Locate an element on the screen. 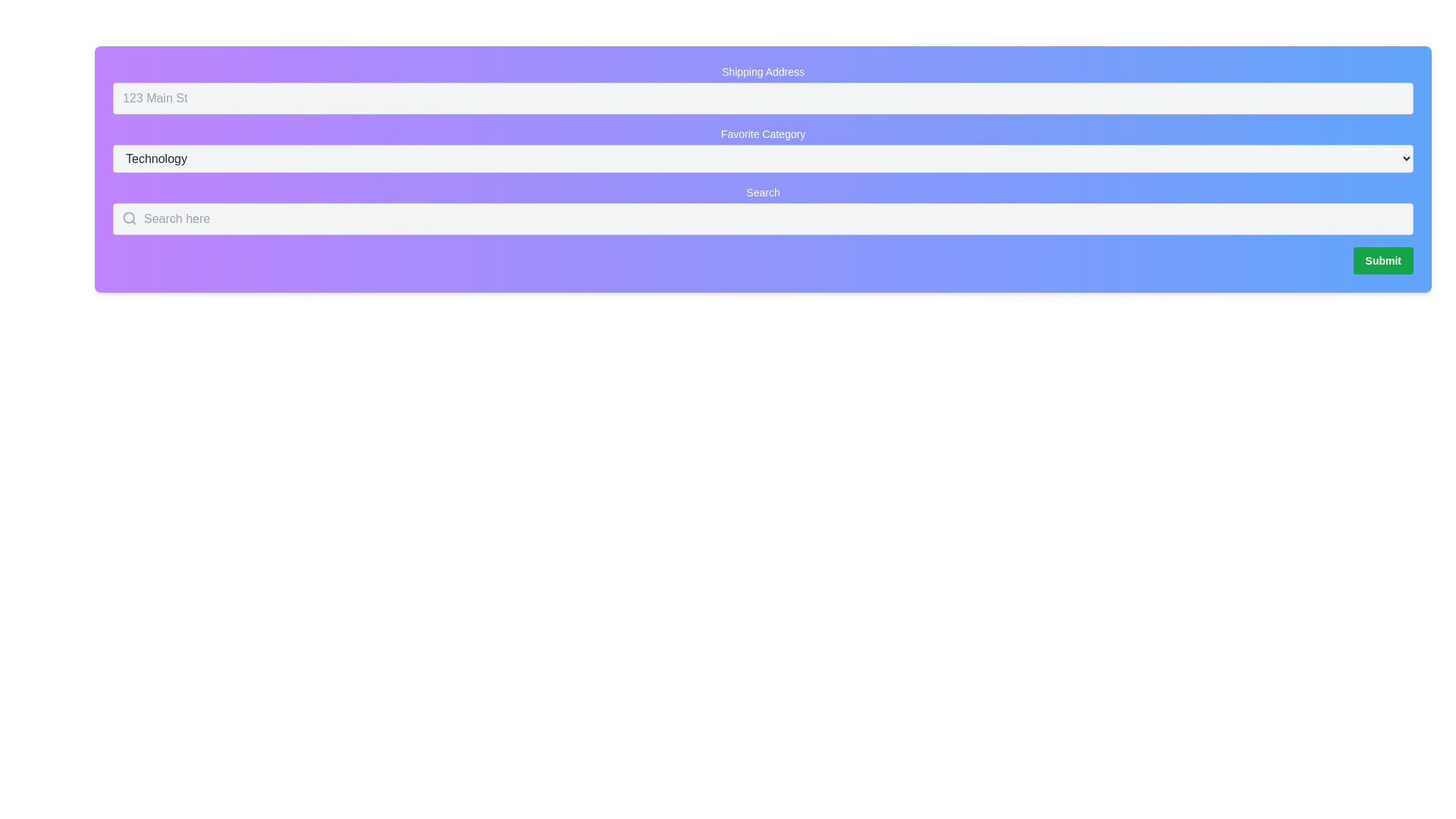 This screenshot has height=819, width=1456. an option from the dropdown menu labeled 'Favorite Category' located below the address input field and above the search box is located at coordinates (763, 158).